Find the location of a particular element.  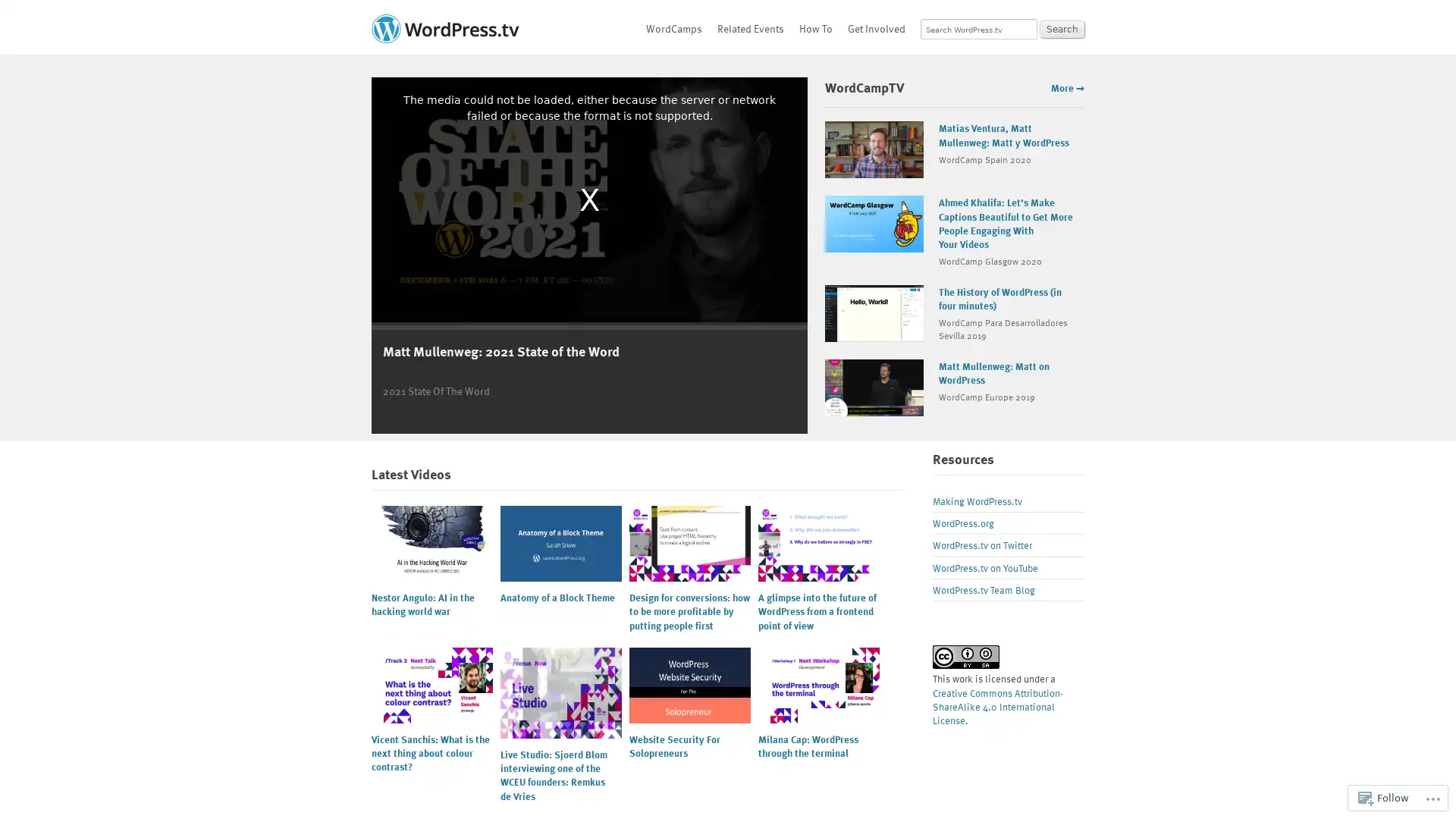

Search is located at coordinates (1062, 29).